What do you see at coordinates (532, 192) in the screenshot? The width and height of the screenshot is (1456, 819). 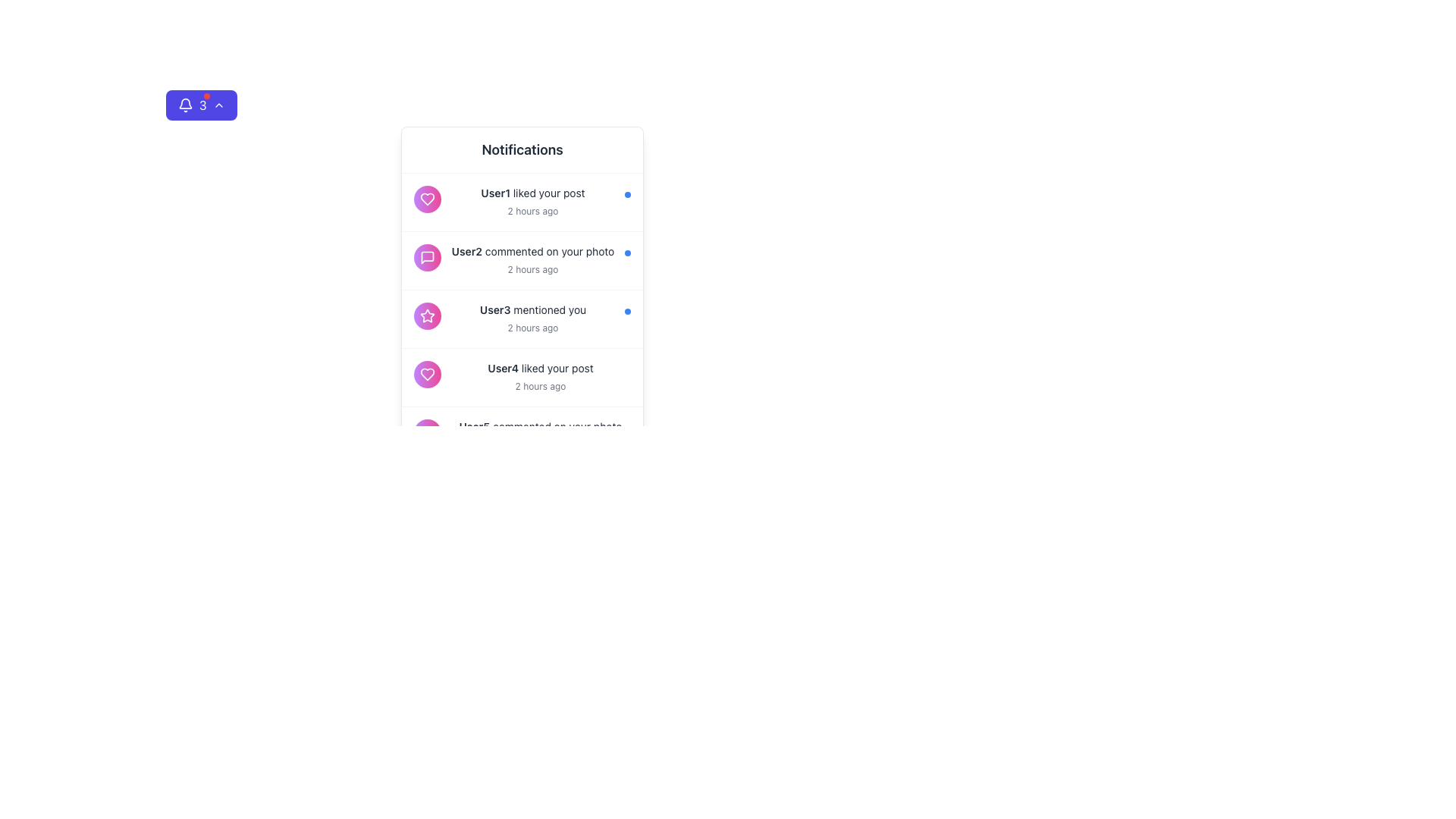 I see `the text label that informs the user that 'User1' liked their post, which is the uppermost notification in the notification panel` at bounding box center [532, 192].